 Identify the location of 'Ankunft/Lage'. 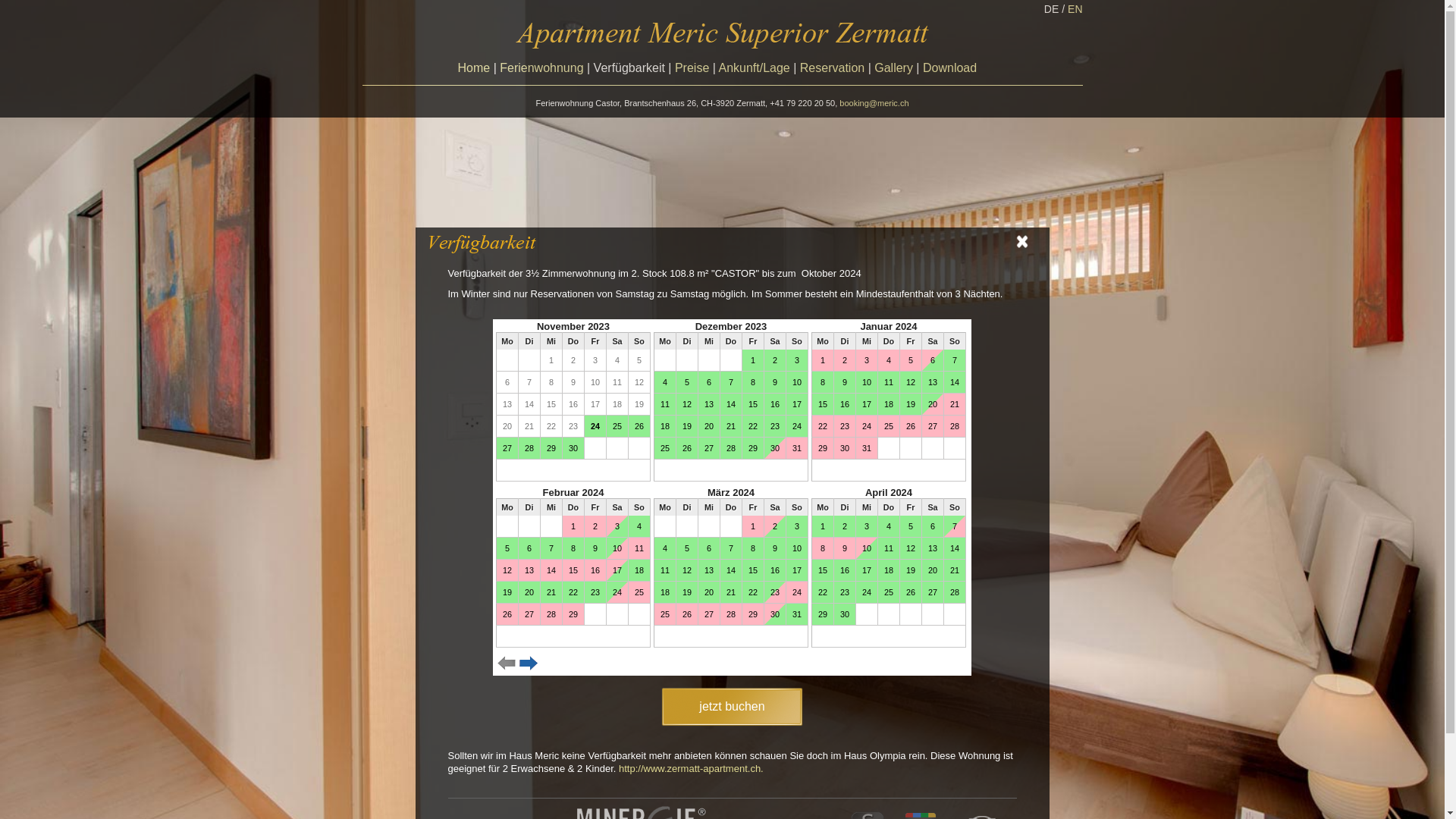
(753, 67).